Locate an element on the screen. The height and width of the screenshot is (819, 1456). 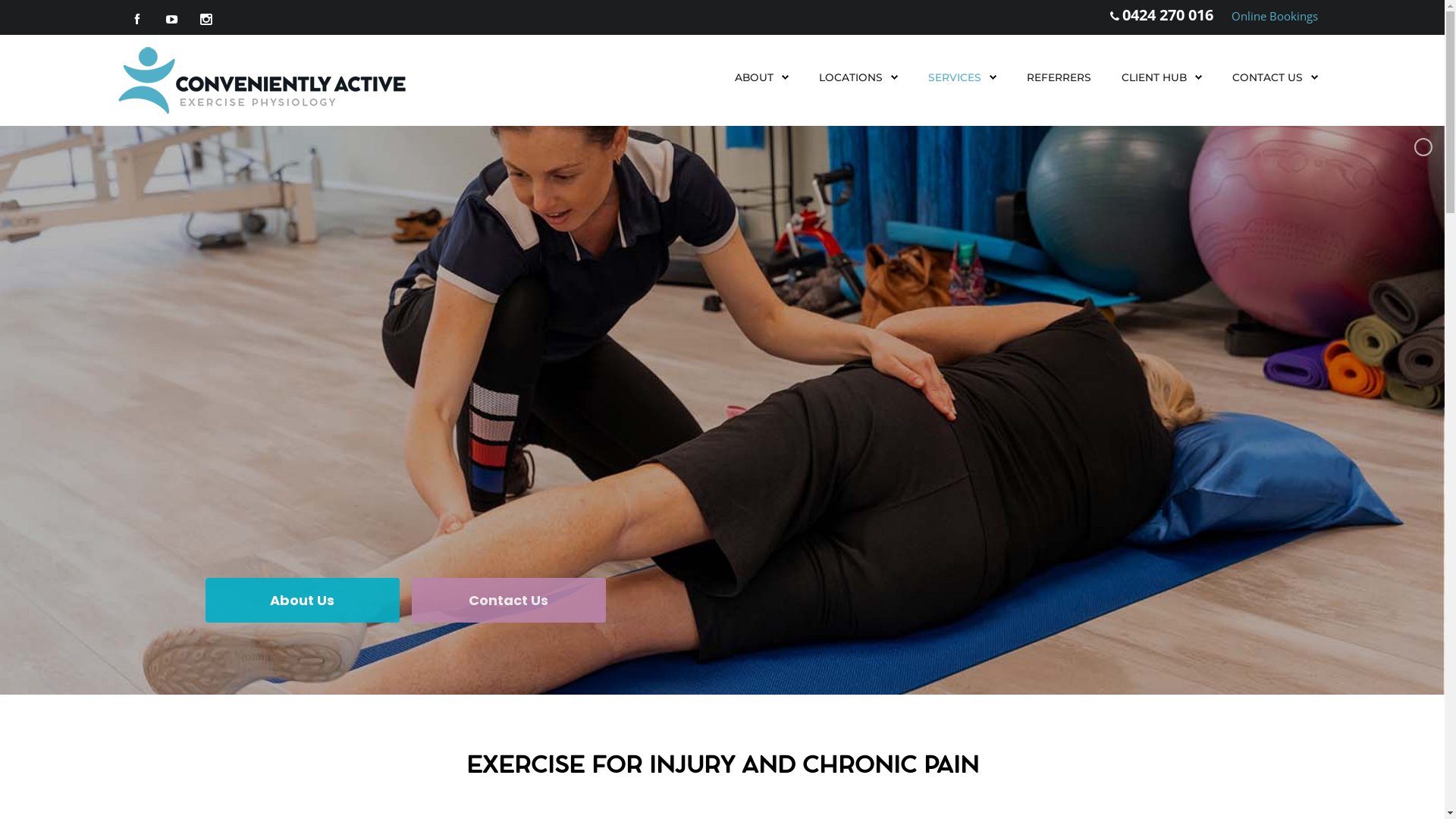
'SERVICES' is located at coordinates (927, 77).